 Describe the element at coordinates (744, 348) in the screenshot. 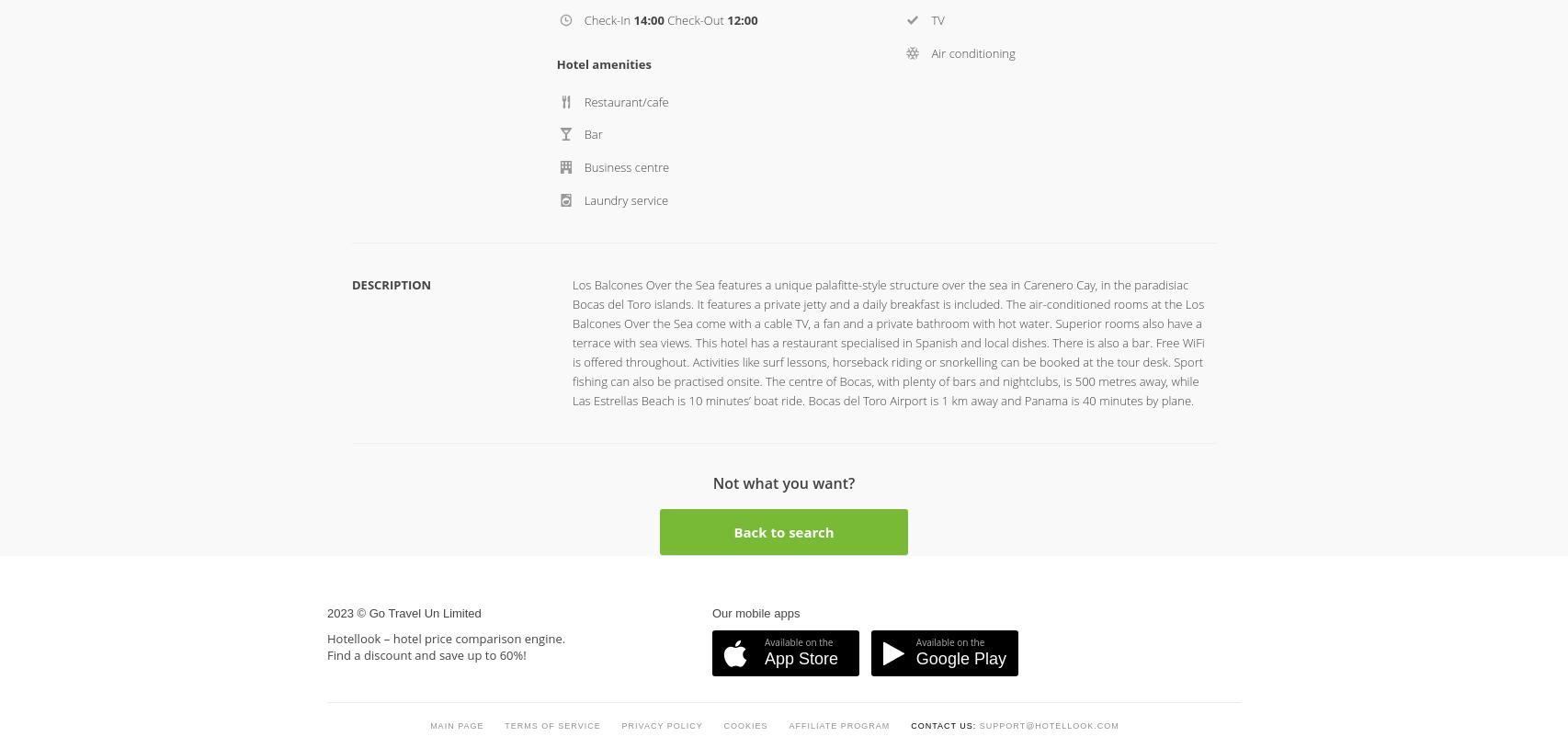

I see `'Cookies'` at that location.